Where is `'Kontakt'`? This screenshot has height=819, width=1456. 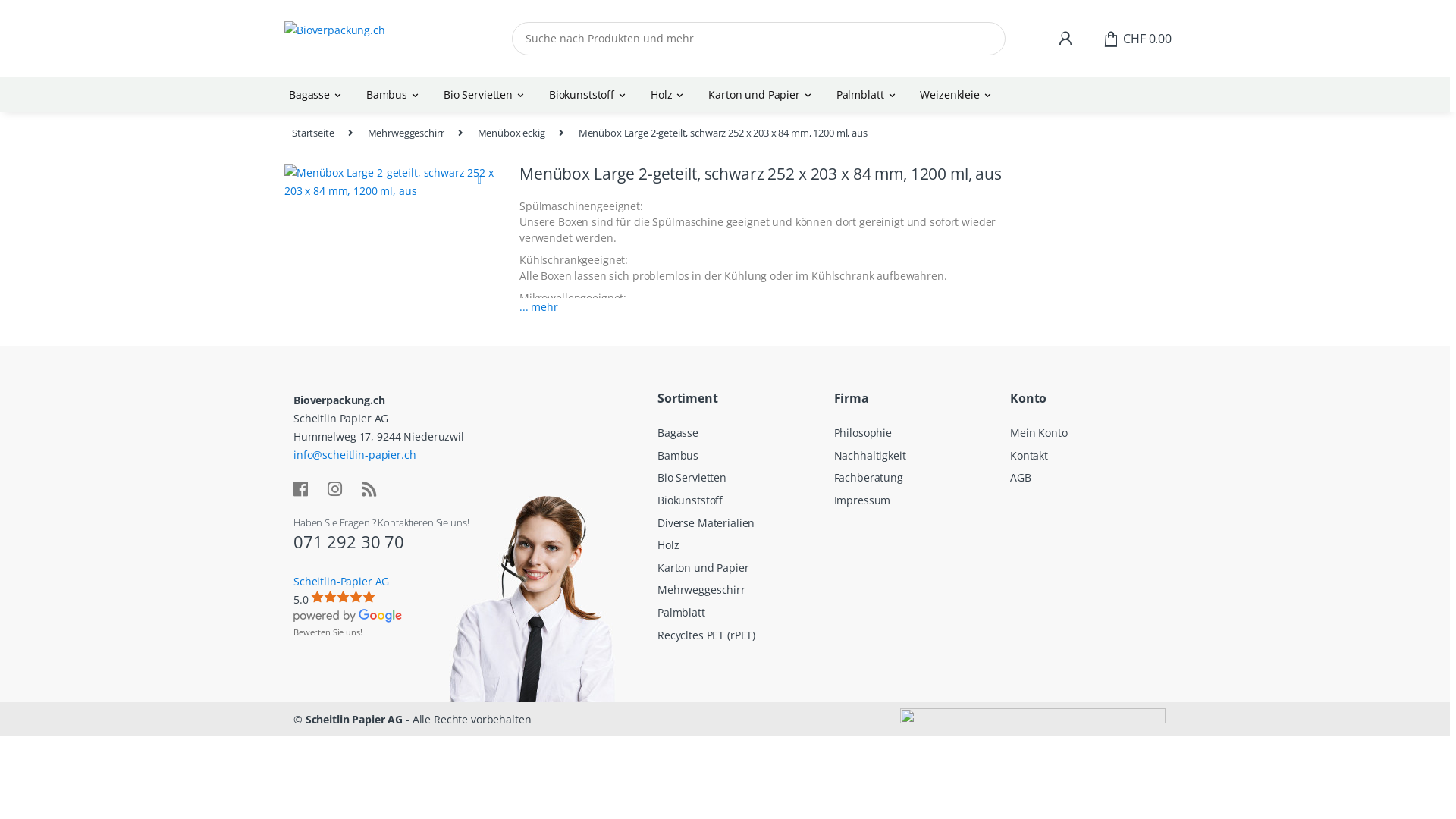 'Kontakt' is located at coordinates (1029, 454).